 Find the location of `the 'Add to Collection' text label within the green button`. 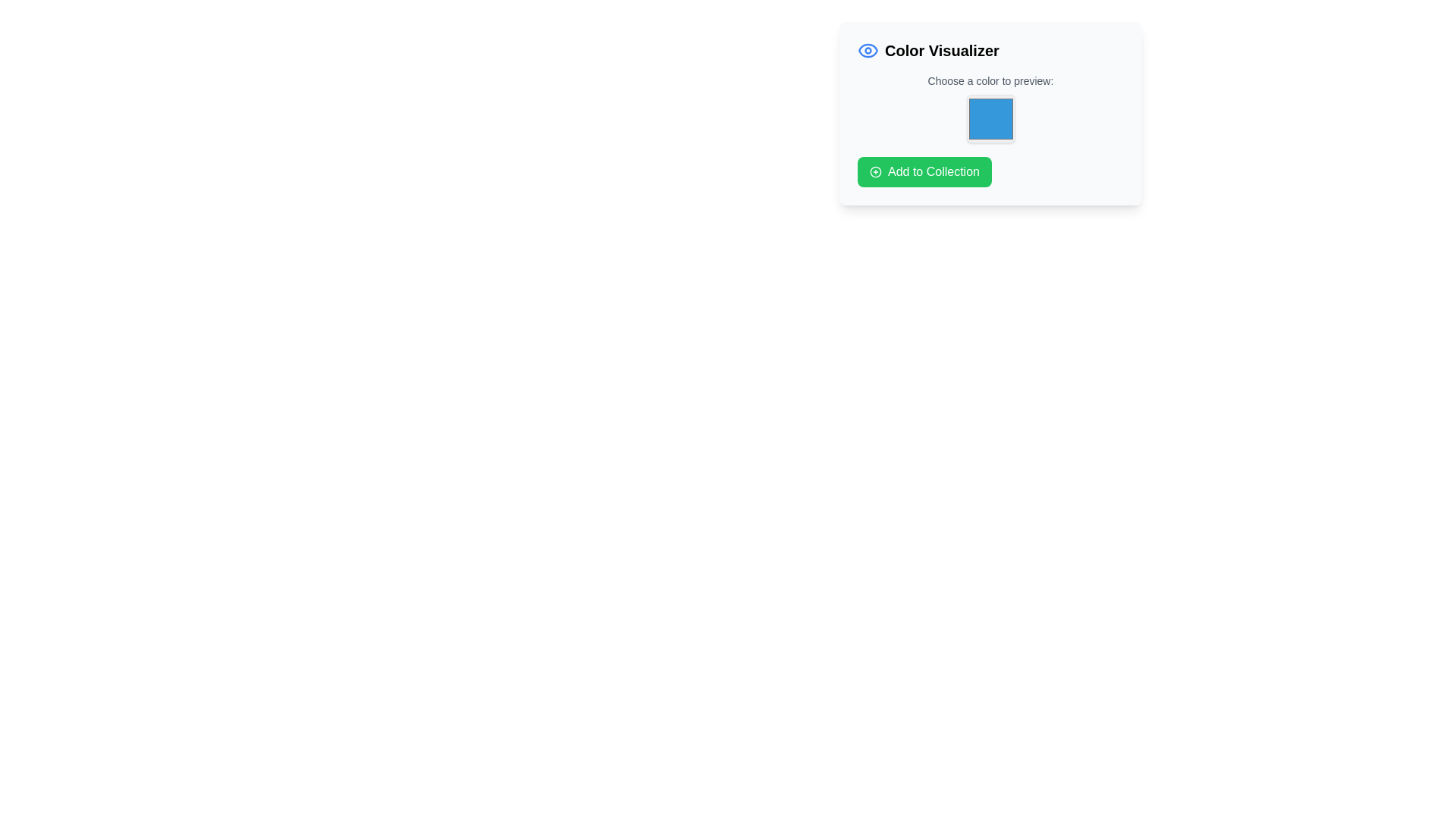

the 'Add to Collection' text label within the green button is located at coordinates (933, 171).